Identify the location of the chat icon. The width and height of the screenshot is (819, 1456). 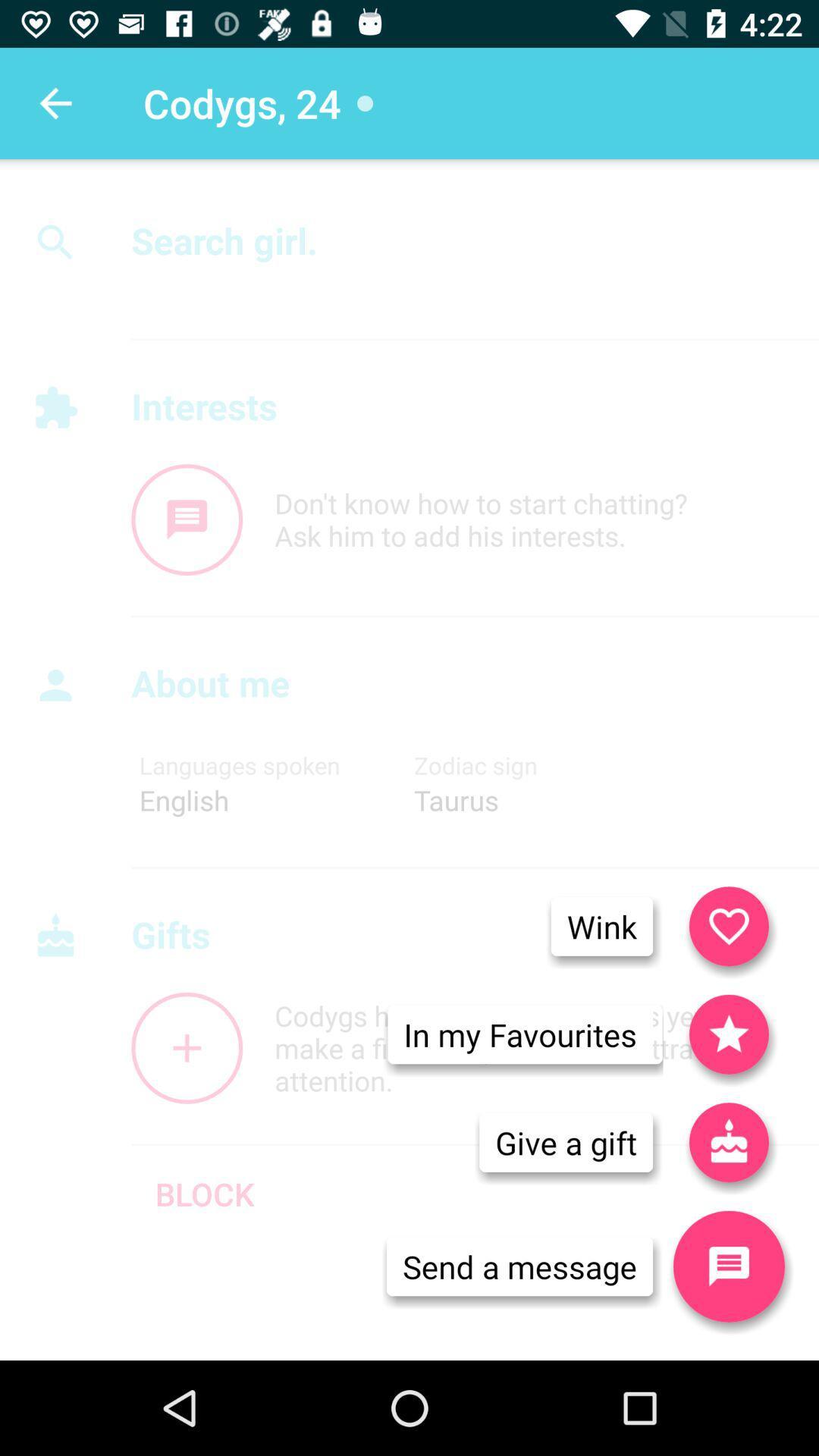
(186, 519).